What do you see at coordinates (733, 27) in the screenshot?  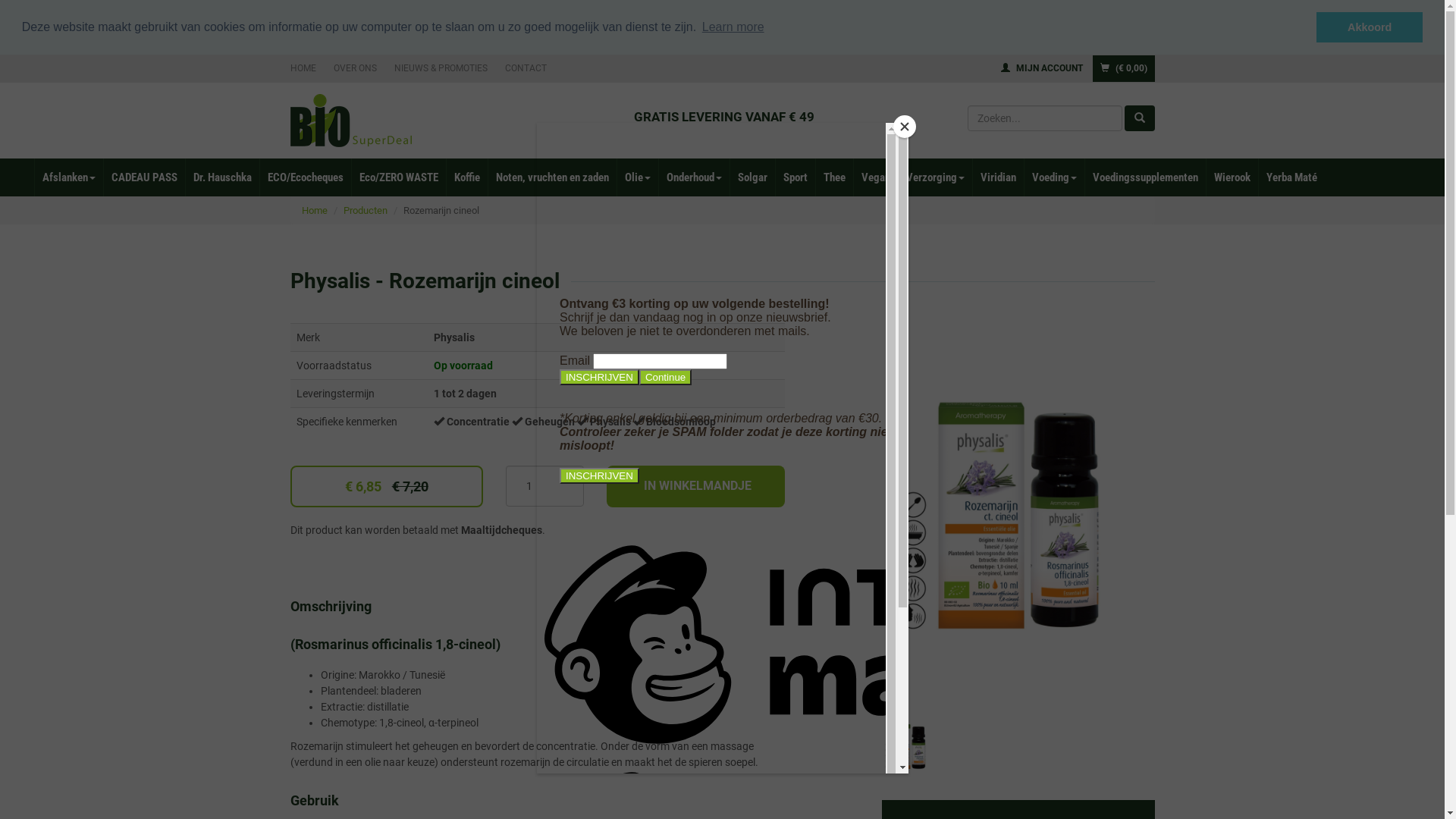 I see `'Learn more'` at bounding box center [733, 27].